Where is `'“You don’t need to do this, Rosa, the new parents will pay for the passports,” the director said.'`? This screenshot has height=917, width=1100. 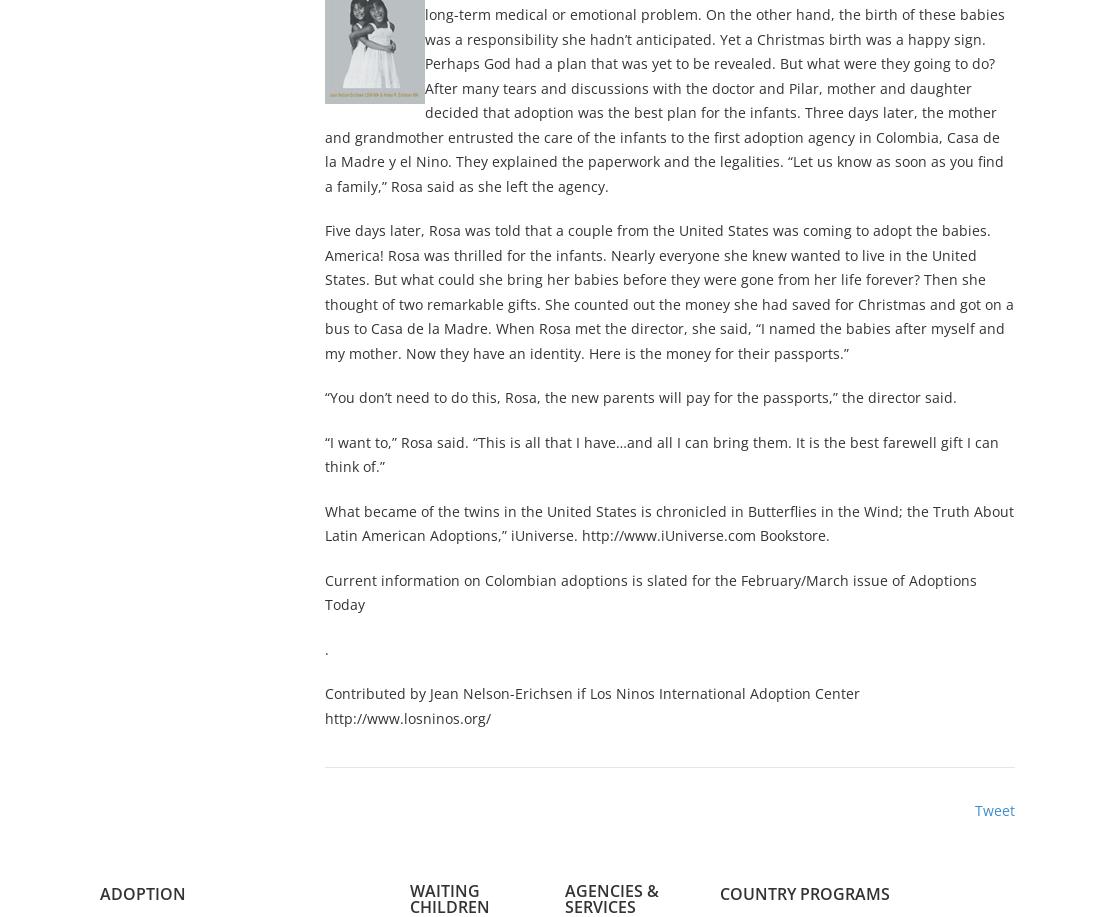
'“You don’t need to do this, Rosa, the new parents will pay for the passports,” the director said.' is located at coordinates (640, 397).